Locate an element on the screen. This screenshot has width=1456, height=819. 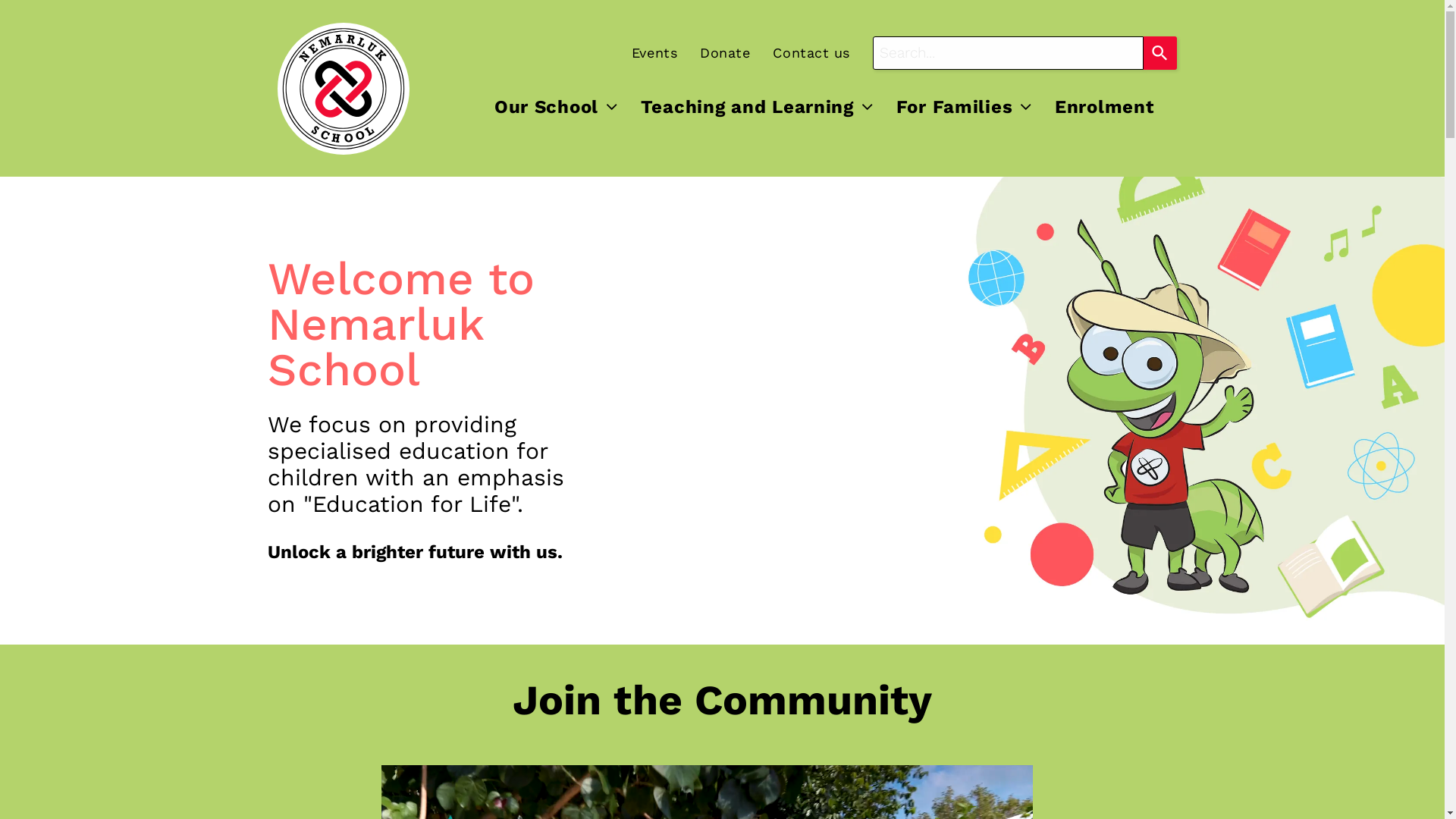
'Events' is located at coordinates (643, 52).